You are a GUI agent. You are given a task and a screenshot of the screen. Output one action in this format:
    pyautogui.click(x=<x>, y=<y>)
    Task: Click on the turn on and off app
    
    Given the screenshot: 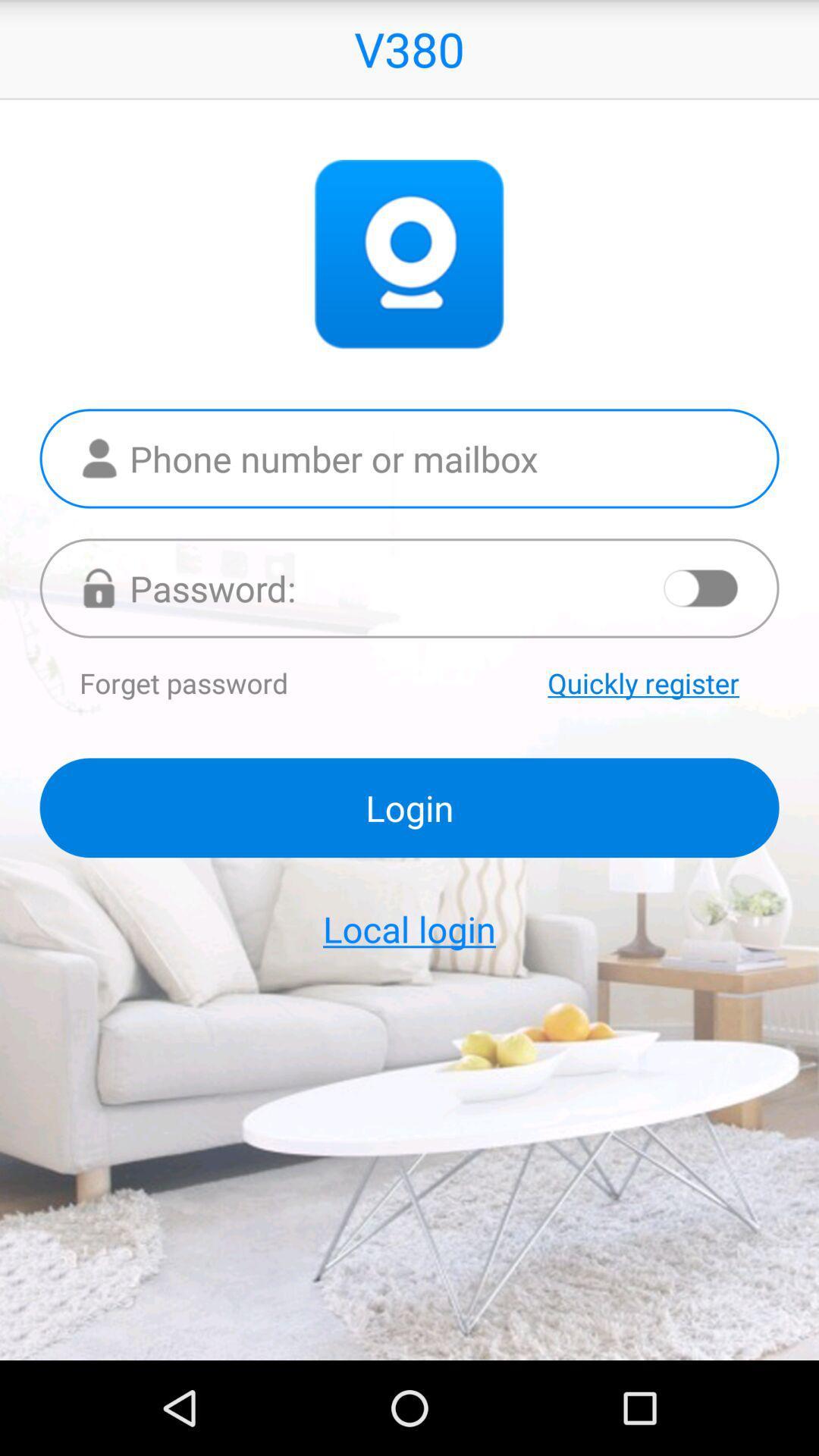 What is the action you would take?
    pyautogui.click(x=701, y=587)
    